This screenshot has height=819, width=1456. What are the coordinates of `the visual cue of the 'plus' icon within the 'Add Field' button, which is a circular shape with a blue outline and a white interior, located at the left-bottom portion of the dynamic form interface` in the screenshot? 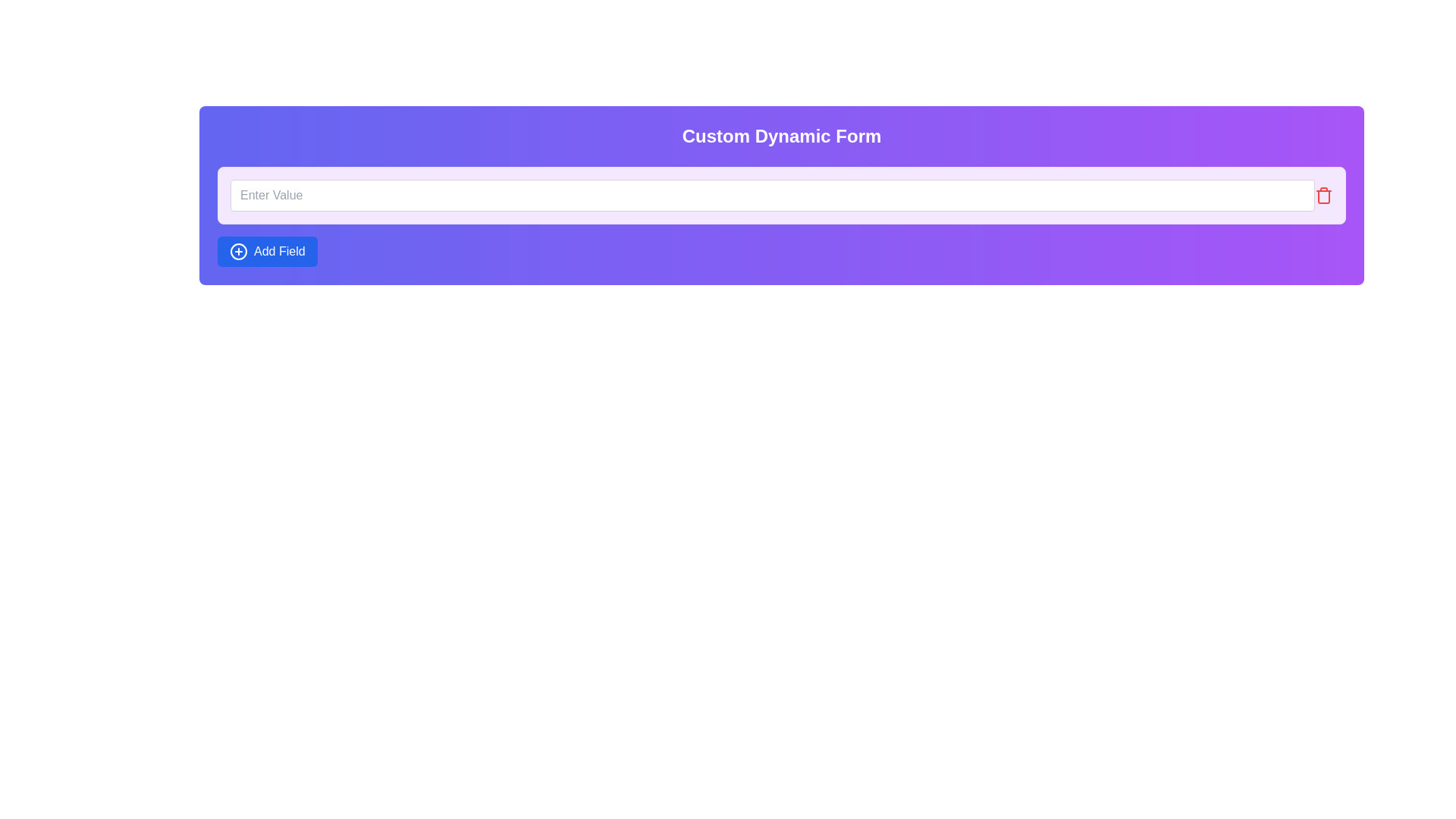 It's located at (238, 250).